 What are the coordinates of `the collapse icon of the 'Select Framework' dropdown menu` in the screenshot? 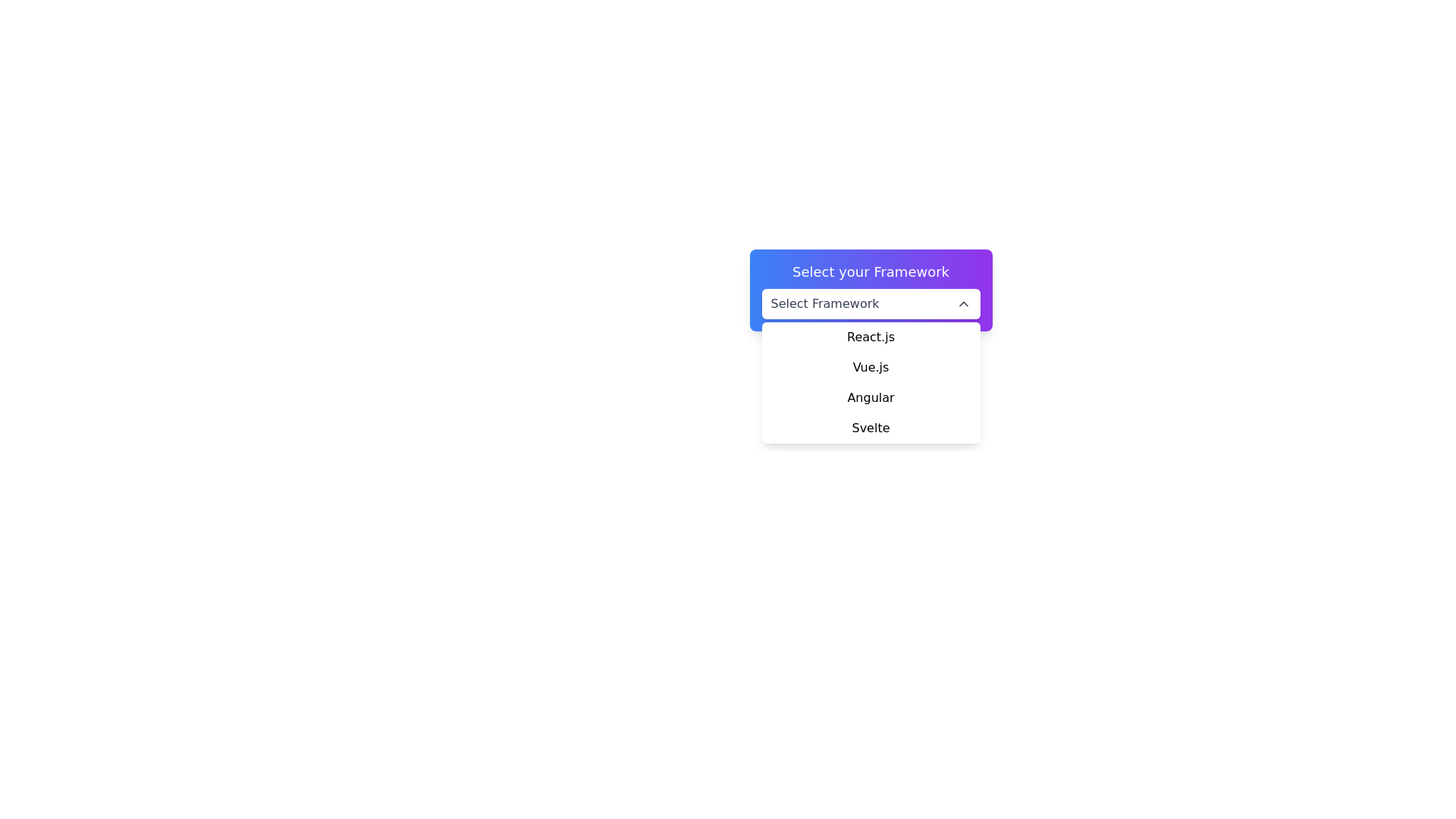 It's located at (962, 304).